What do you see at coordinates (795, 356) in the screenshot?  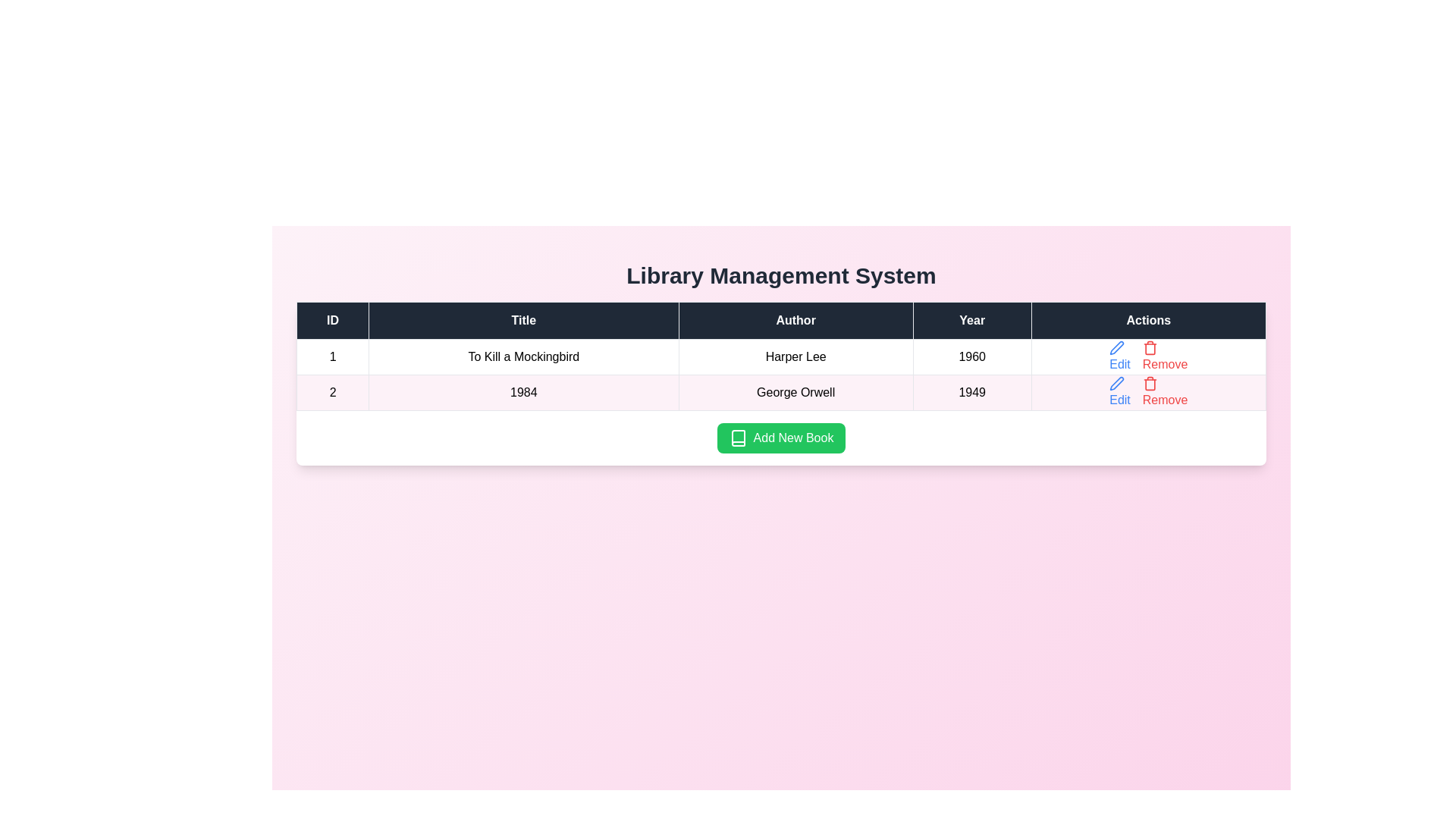 I see `the Text label displaying the author's name 'Harper Lee' in the 'To Kill a Mockingbird' book entry under the 'Author' column` at bounding box center [795, 356].